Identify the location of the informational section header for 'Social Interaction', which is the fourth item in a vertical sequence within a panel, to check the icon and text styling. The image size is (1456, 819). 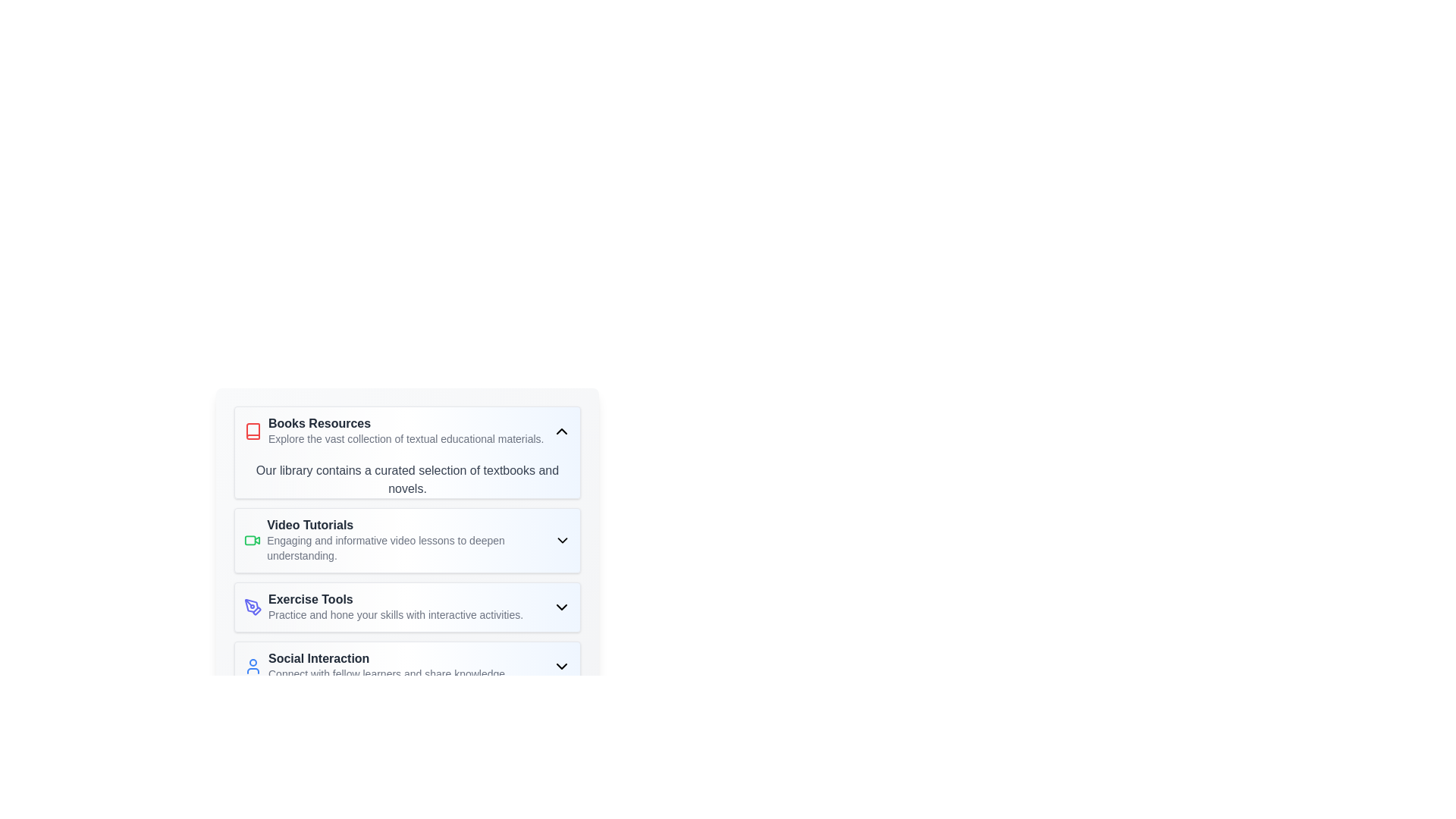
(375, 666).